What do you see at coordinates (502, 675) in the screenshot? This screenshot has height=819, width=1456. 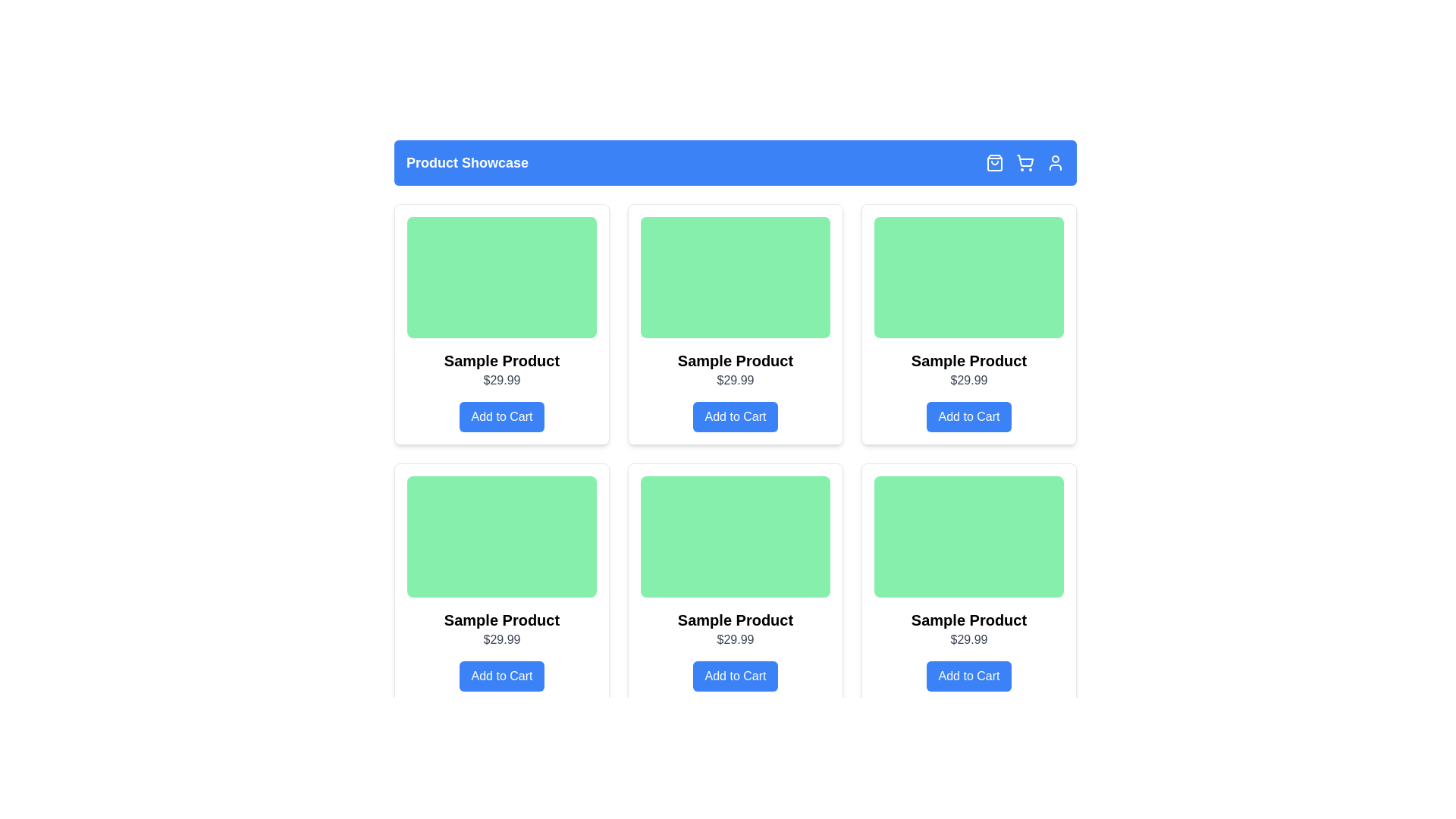 I see `the 'Add to Cart' button located at the bottom of the 'Sample Product' card in the three-column grid layout and focus on it using keyboard navigation` at bounding box center [502, 675].